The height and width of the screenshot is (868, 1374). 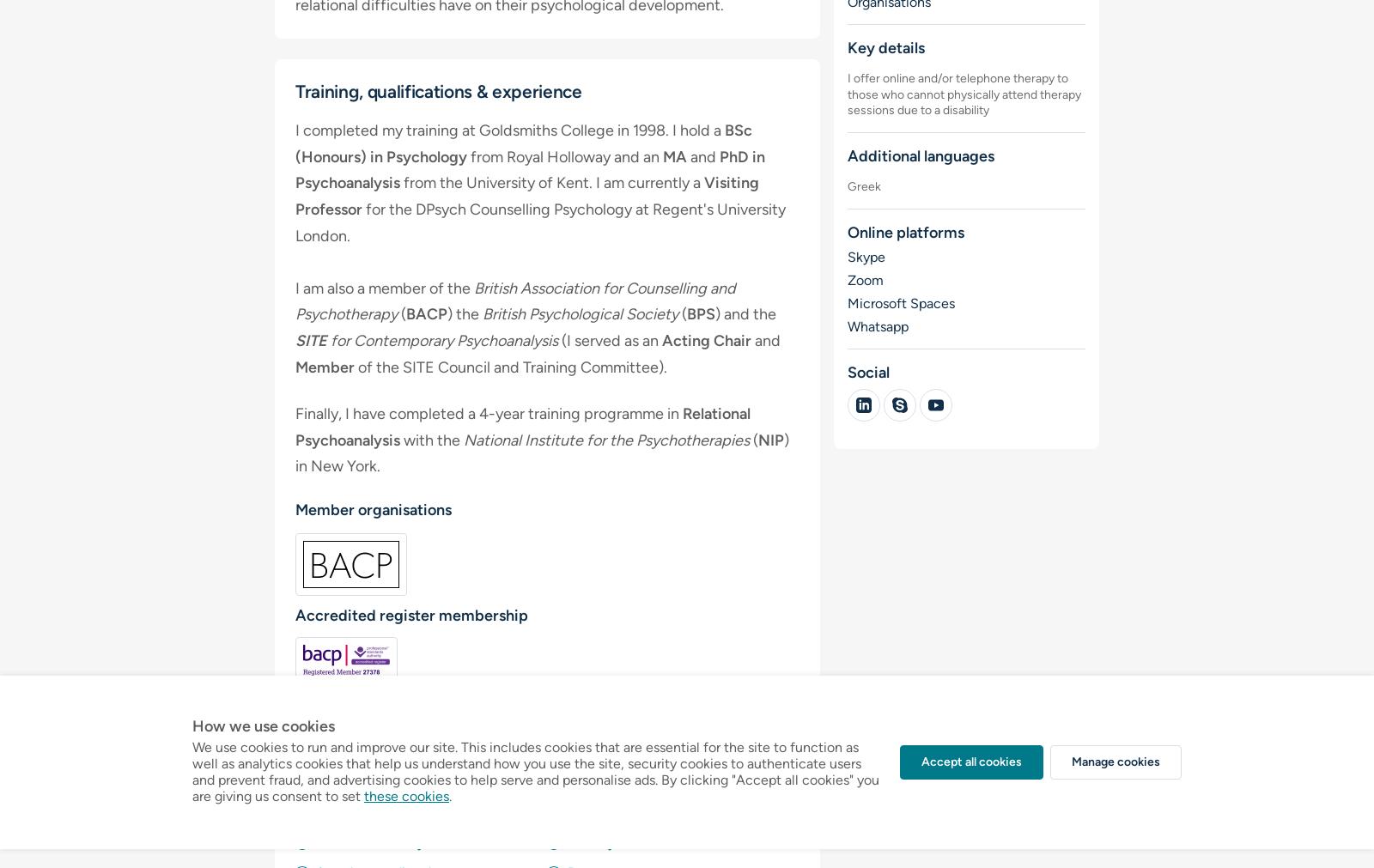 I want to click on 'Training, qualifications & experience', so click(x=437, y=90).